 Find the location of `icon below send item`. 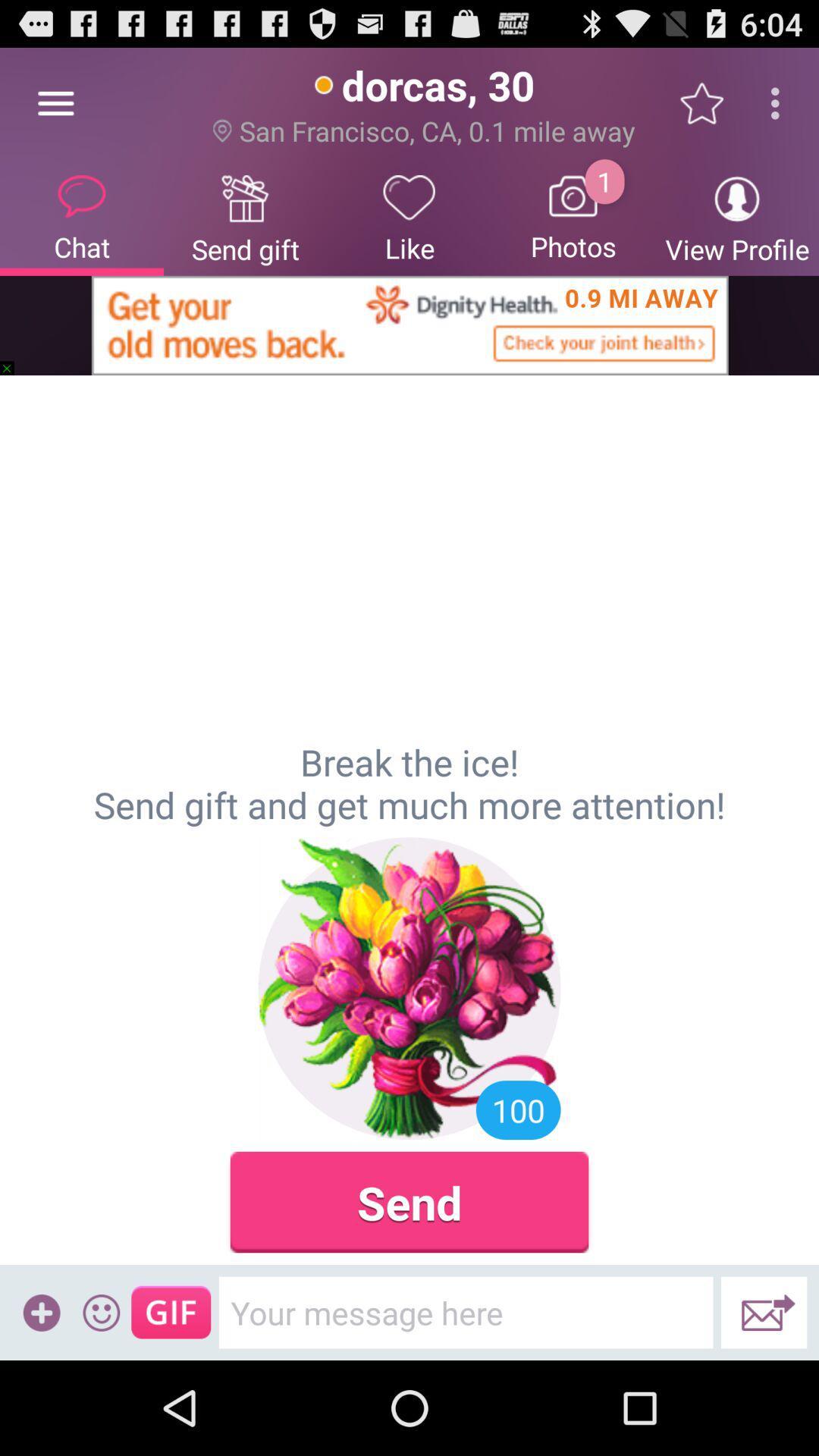

icon below send item is located at coordinates (465, 1312).